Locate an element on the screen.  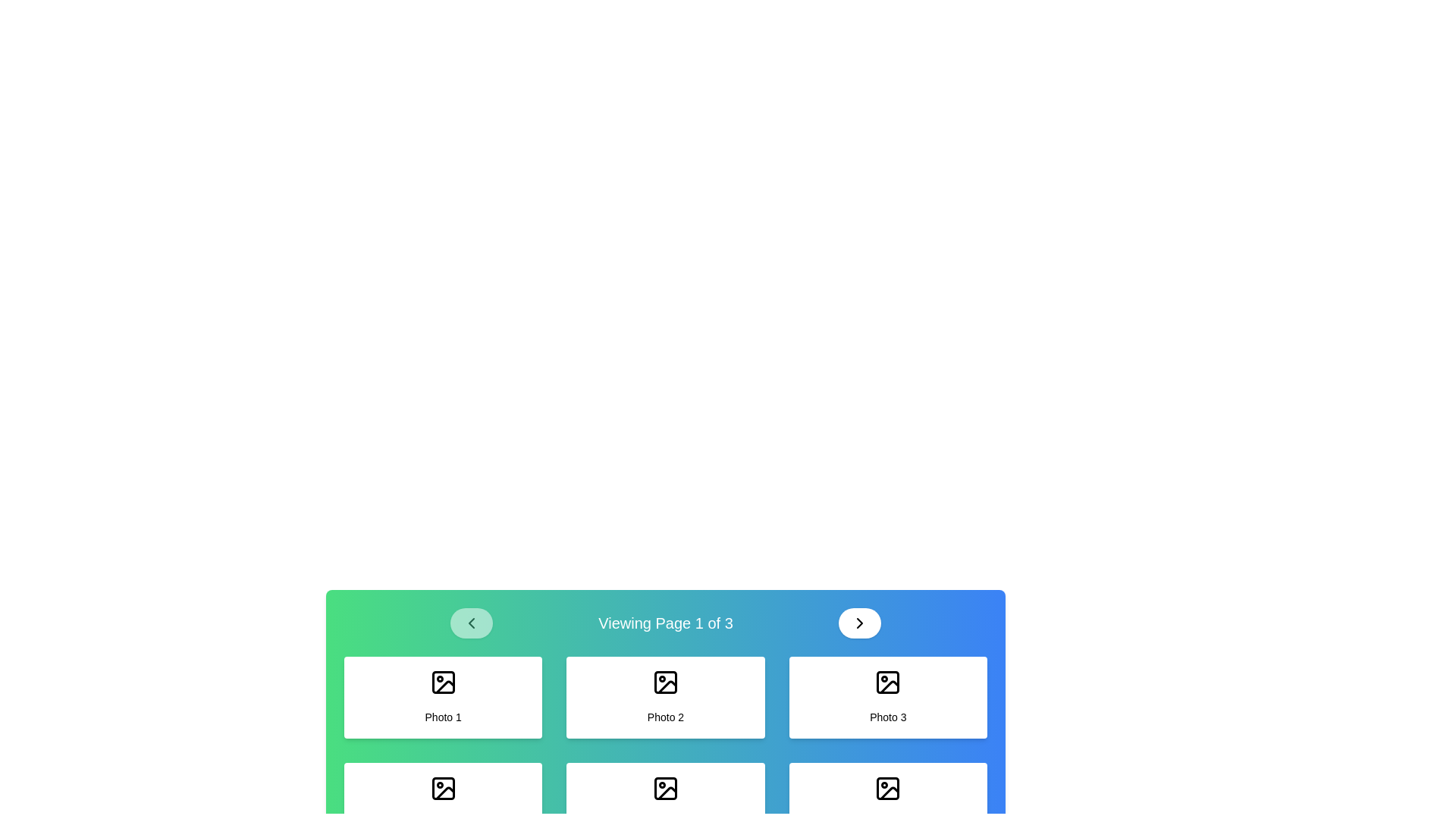
the 'Photo 1' text label located at the bottom of the card element on the left side of the grid layout is located at coordinates (442, 717).